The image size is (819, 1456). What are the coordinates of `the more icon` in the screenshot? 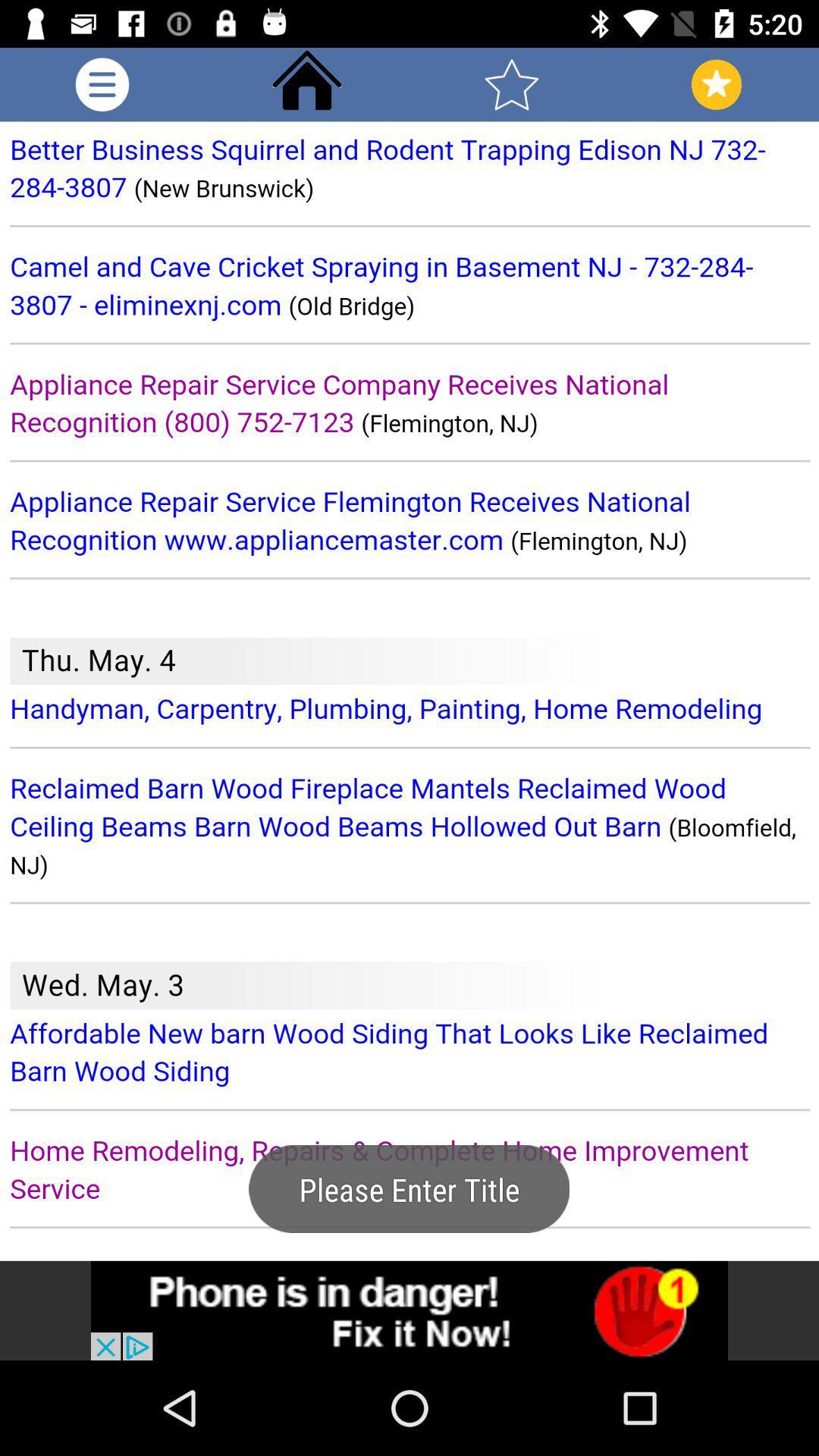 It's located at (102, 83).